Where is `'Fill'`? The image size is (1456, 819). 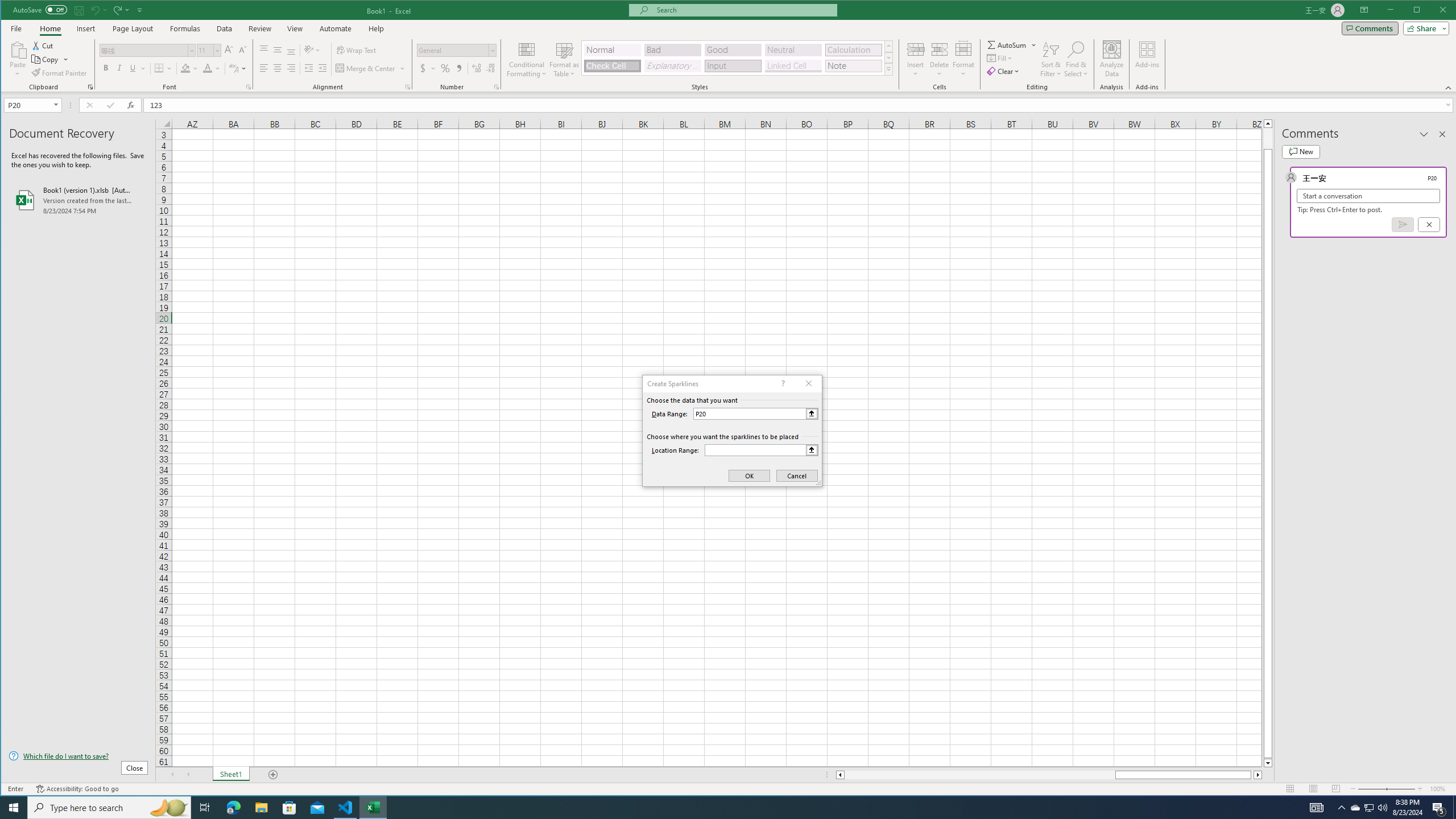
'Fill' is located at coordinates (1001, 58).